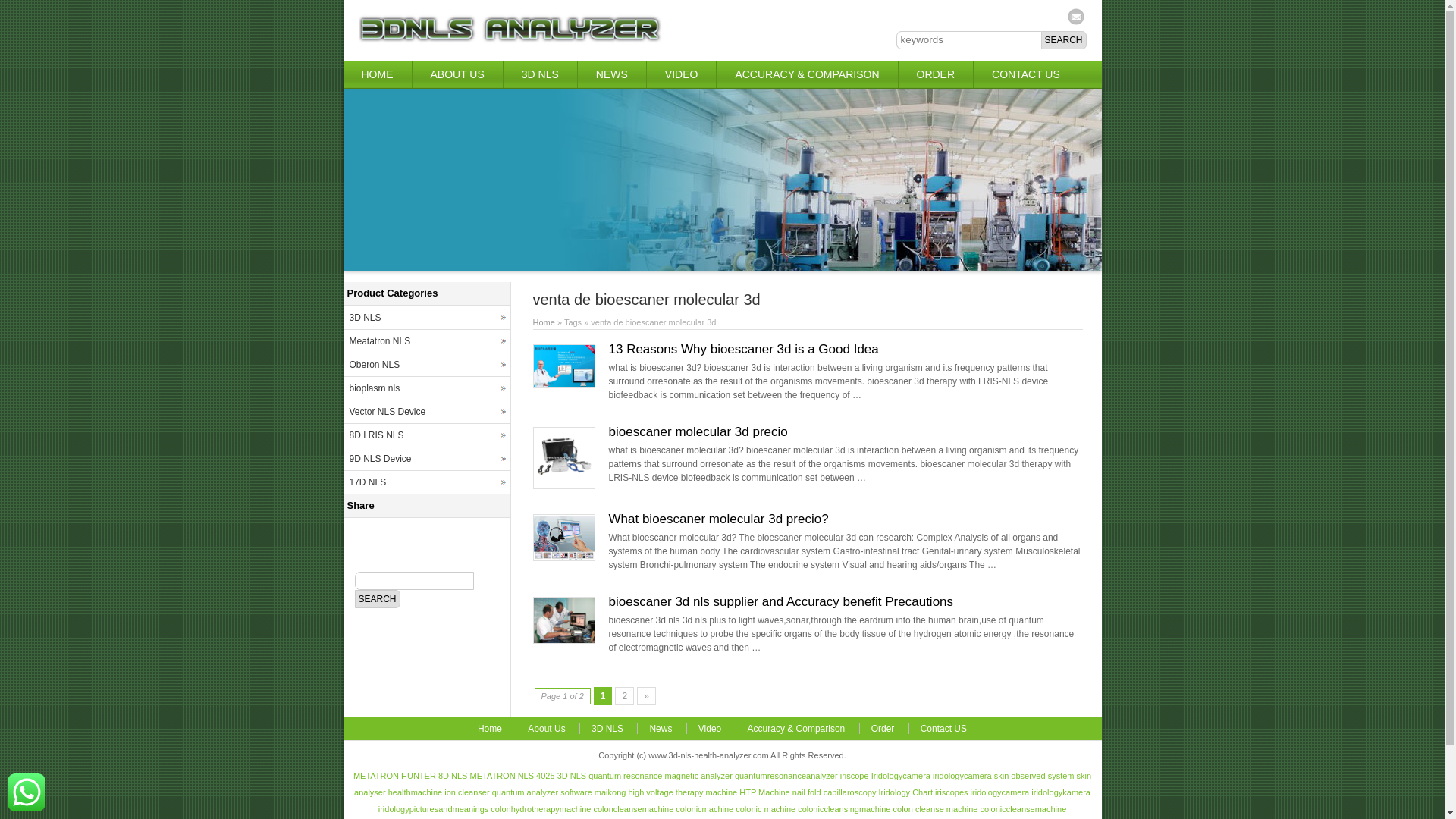 The image size is (1456, 819). I want to click on 'Iridology Chart', so click(905, 792).